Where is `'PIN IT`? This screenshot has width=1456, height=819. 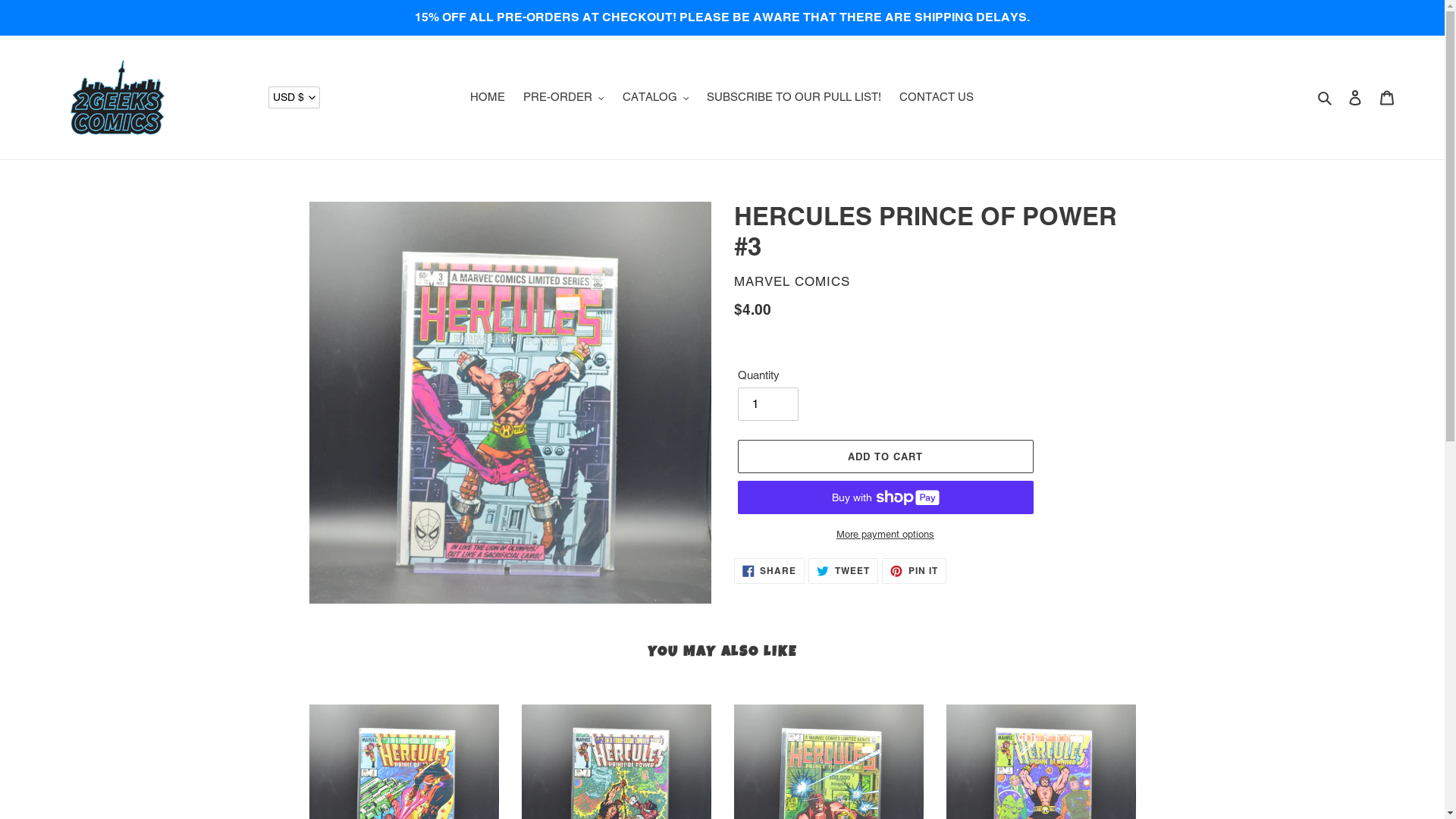
'PIN IT is located at coordinates (881, 570).